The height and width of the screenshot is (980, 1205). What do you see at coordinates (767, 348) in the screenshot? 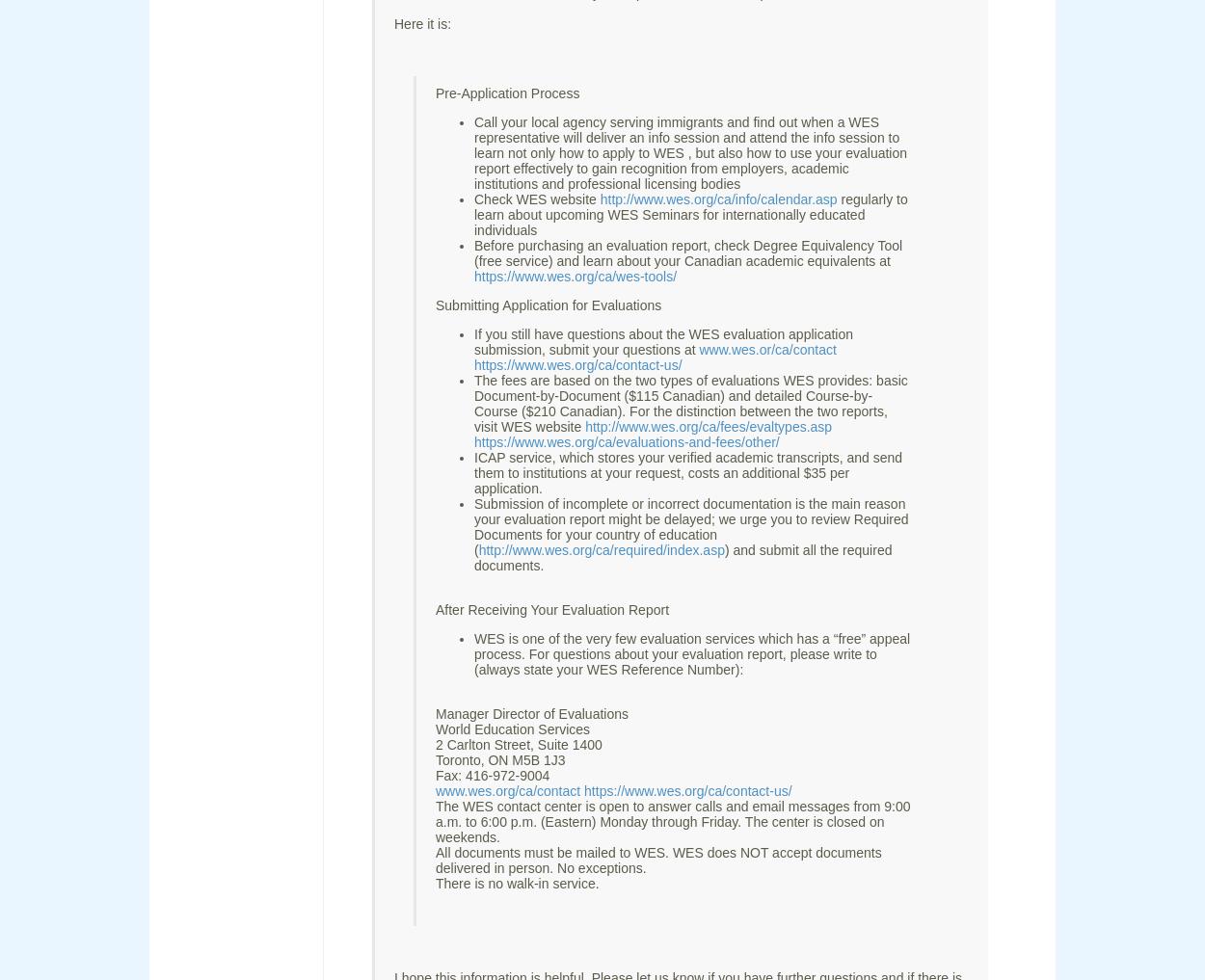
I see `'www.wes.or/ca/contact'` at bounding box center [767, 348].